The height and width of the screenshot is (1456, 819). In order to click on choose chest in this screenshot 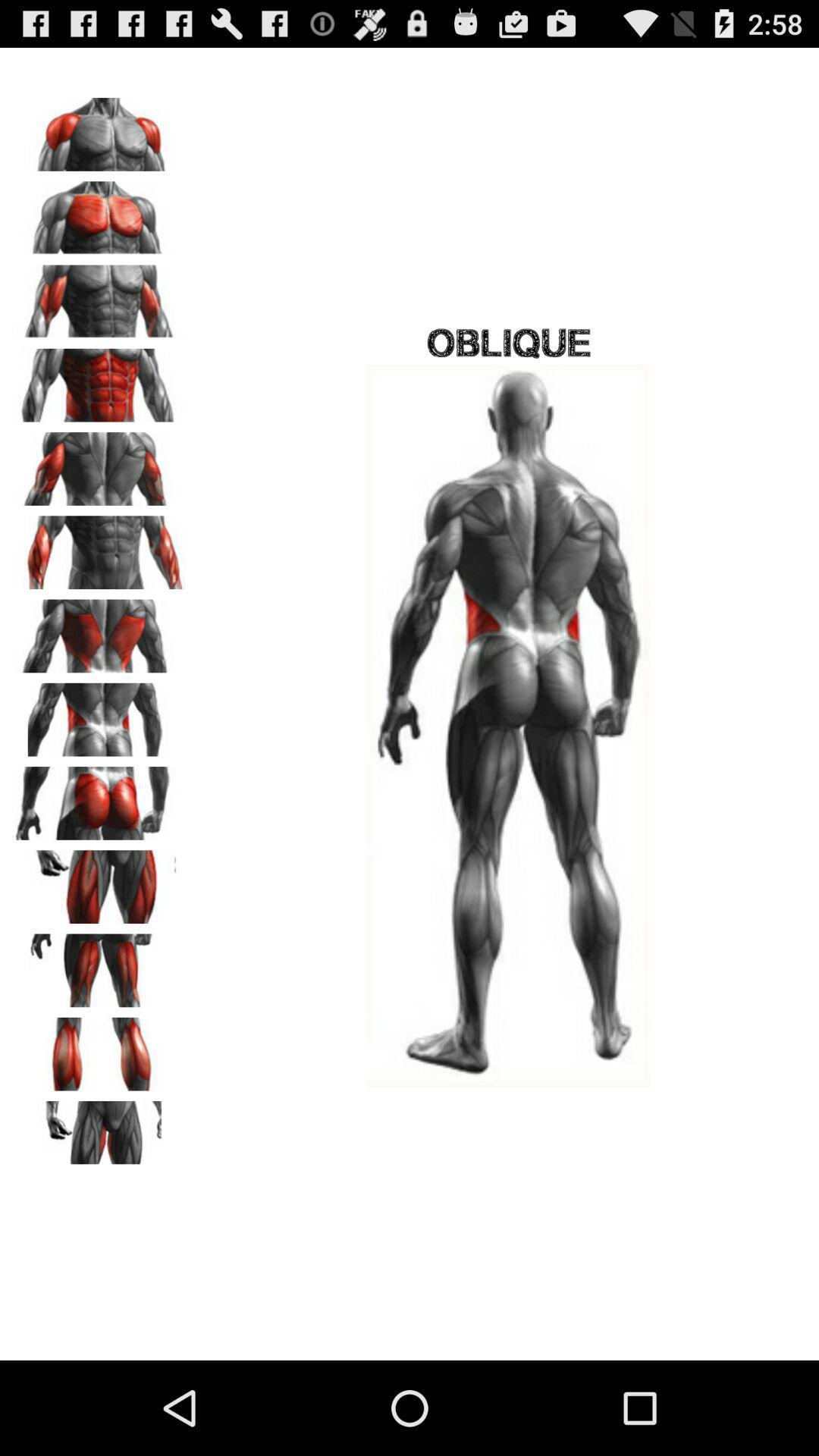, I will do `click(99, 297)`.